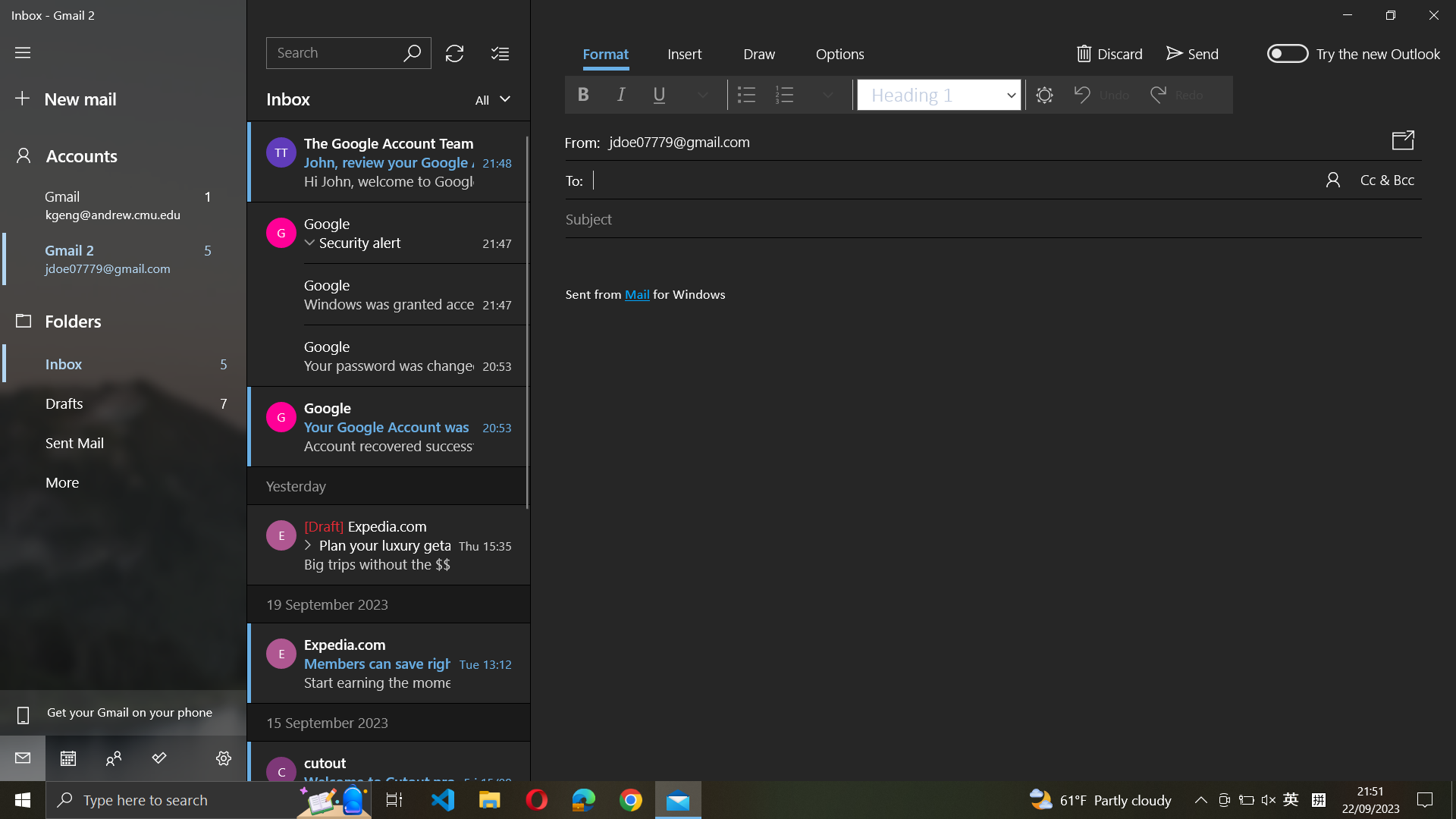  I want to click on Edit the signature to "John" and underline it, so click(998, 479).